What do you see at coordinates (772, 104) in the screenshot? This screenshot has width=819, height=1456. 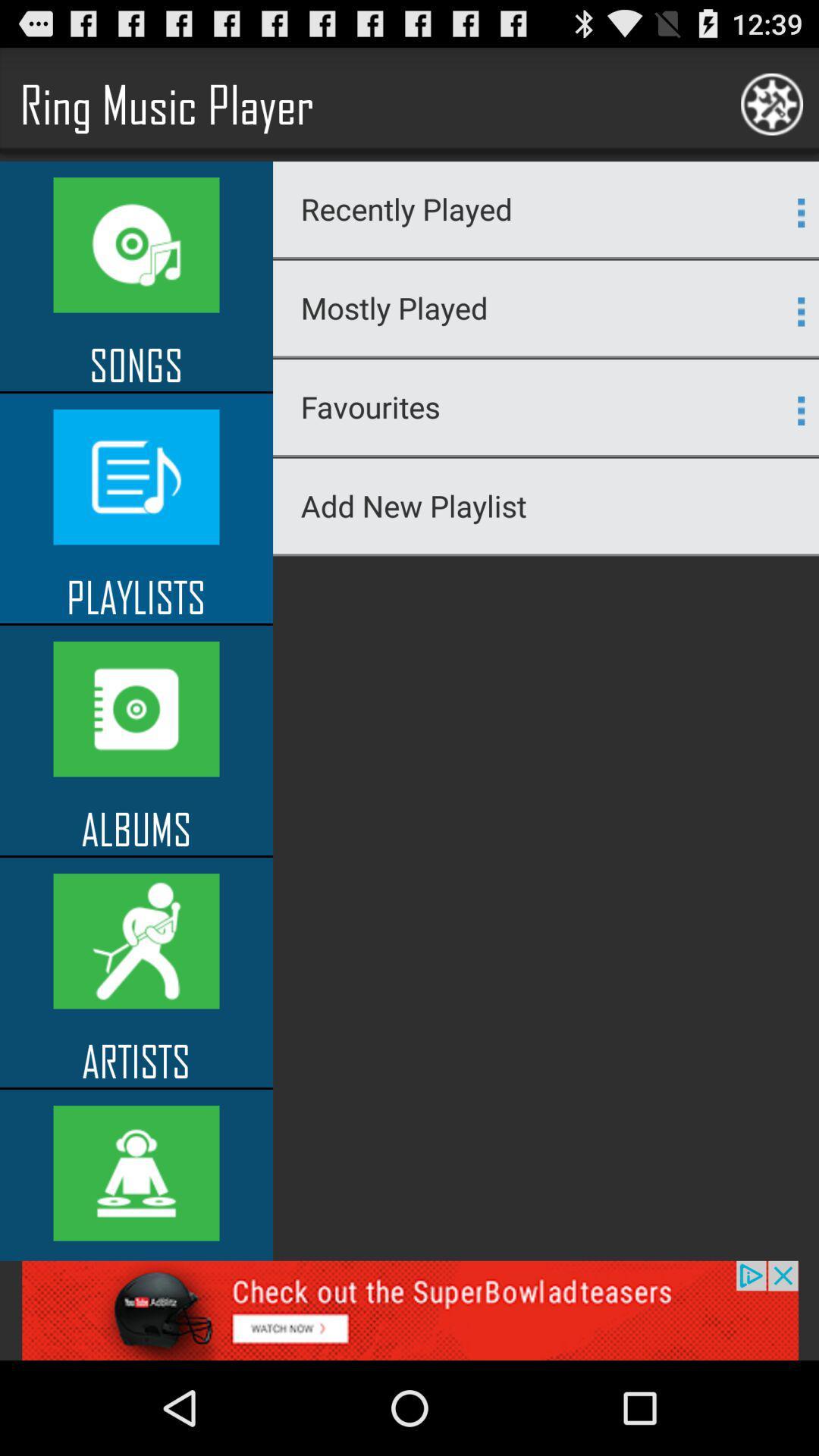 I see `the logo on the top right corner of the web page` at bounding box center [772, 104].